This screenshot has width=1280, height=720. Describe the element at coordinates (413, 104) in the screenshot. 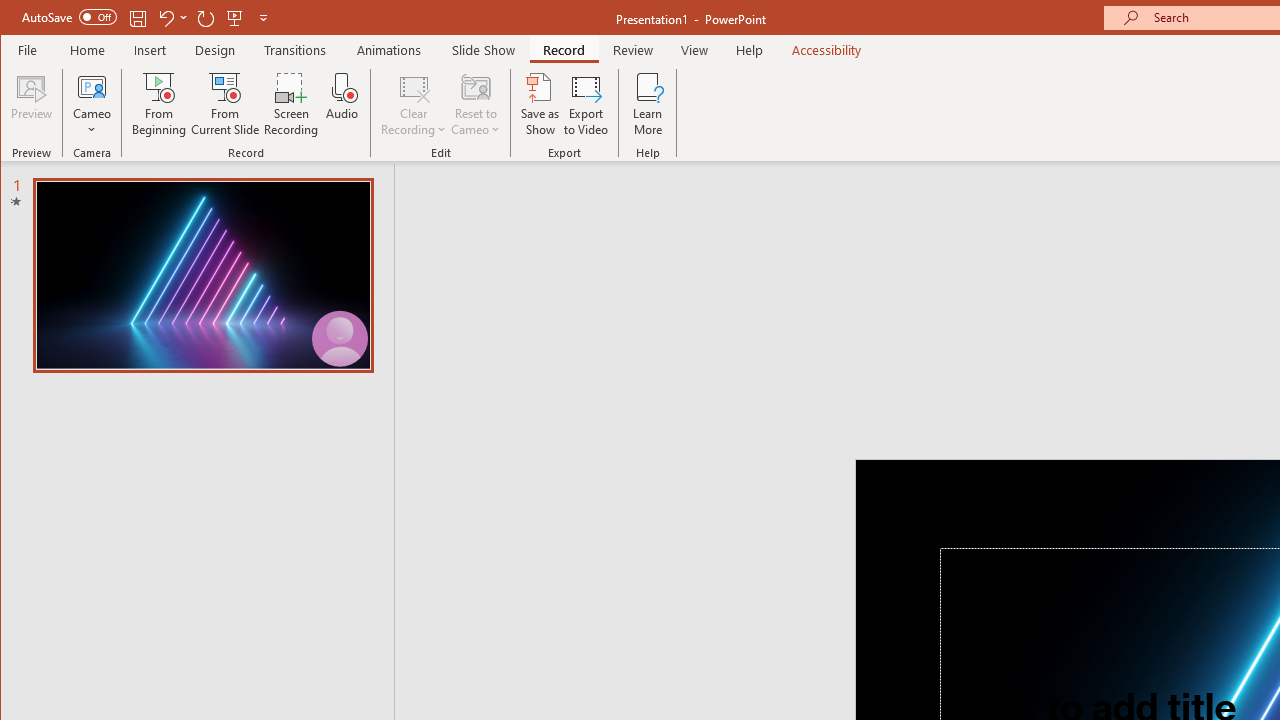

I see `'Clear Recording'` at that location.